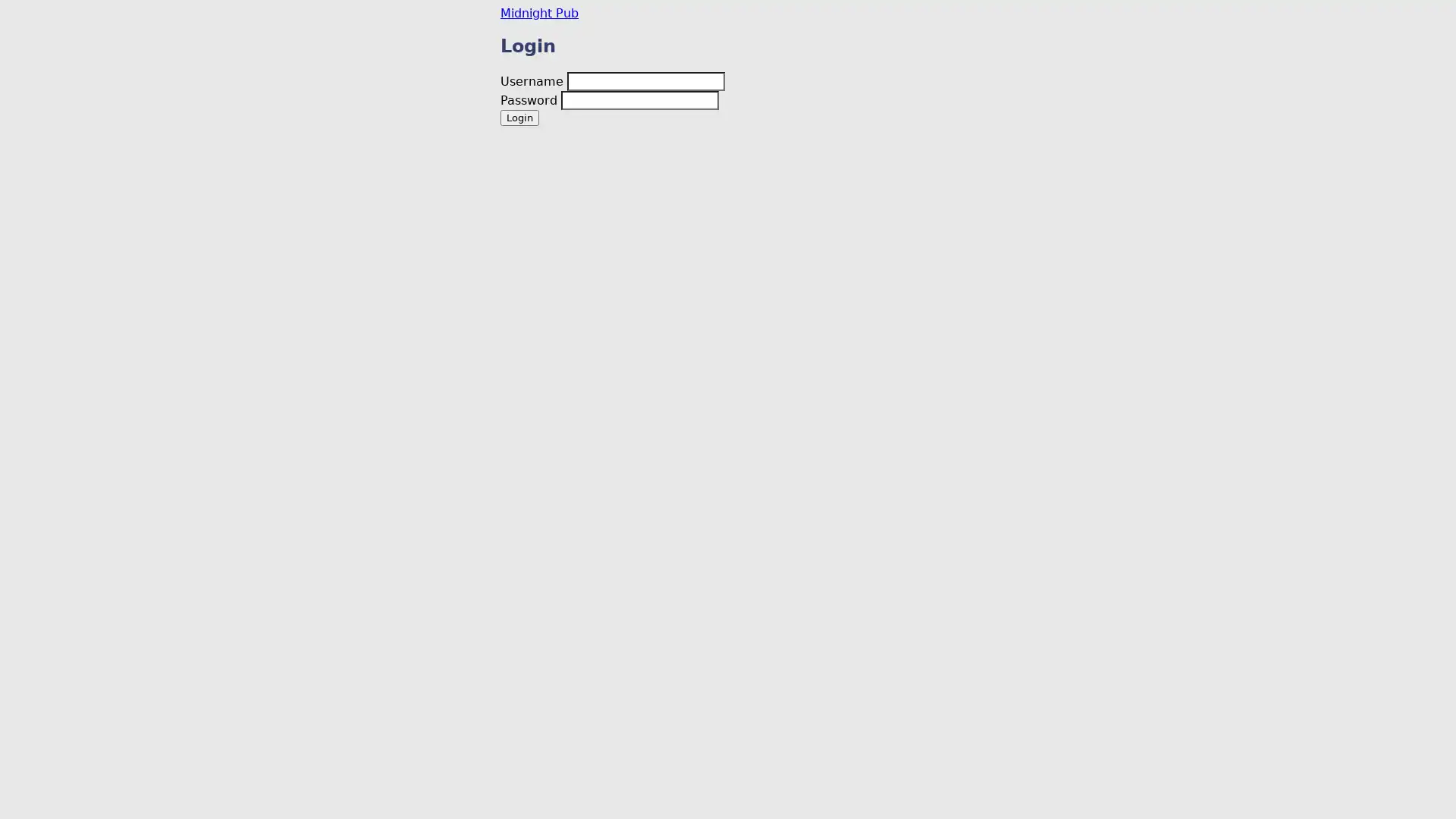 The image size is (1456, 819). What do you see at coordinates (519, 116) in the screenshot?
I see `Login` at bounding box center [519, 116].